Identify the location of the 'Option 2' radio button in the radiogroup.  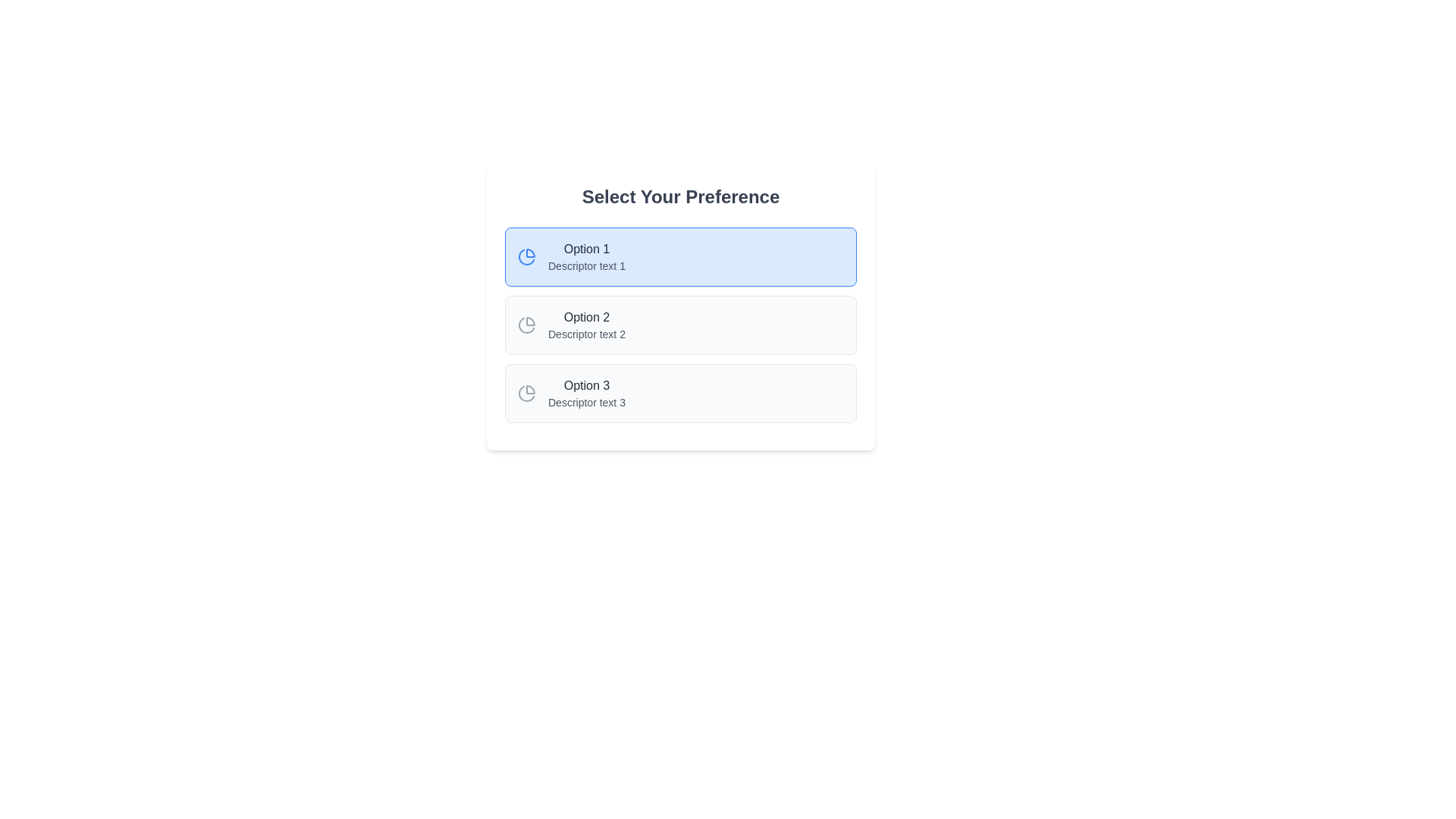
(679, 308).